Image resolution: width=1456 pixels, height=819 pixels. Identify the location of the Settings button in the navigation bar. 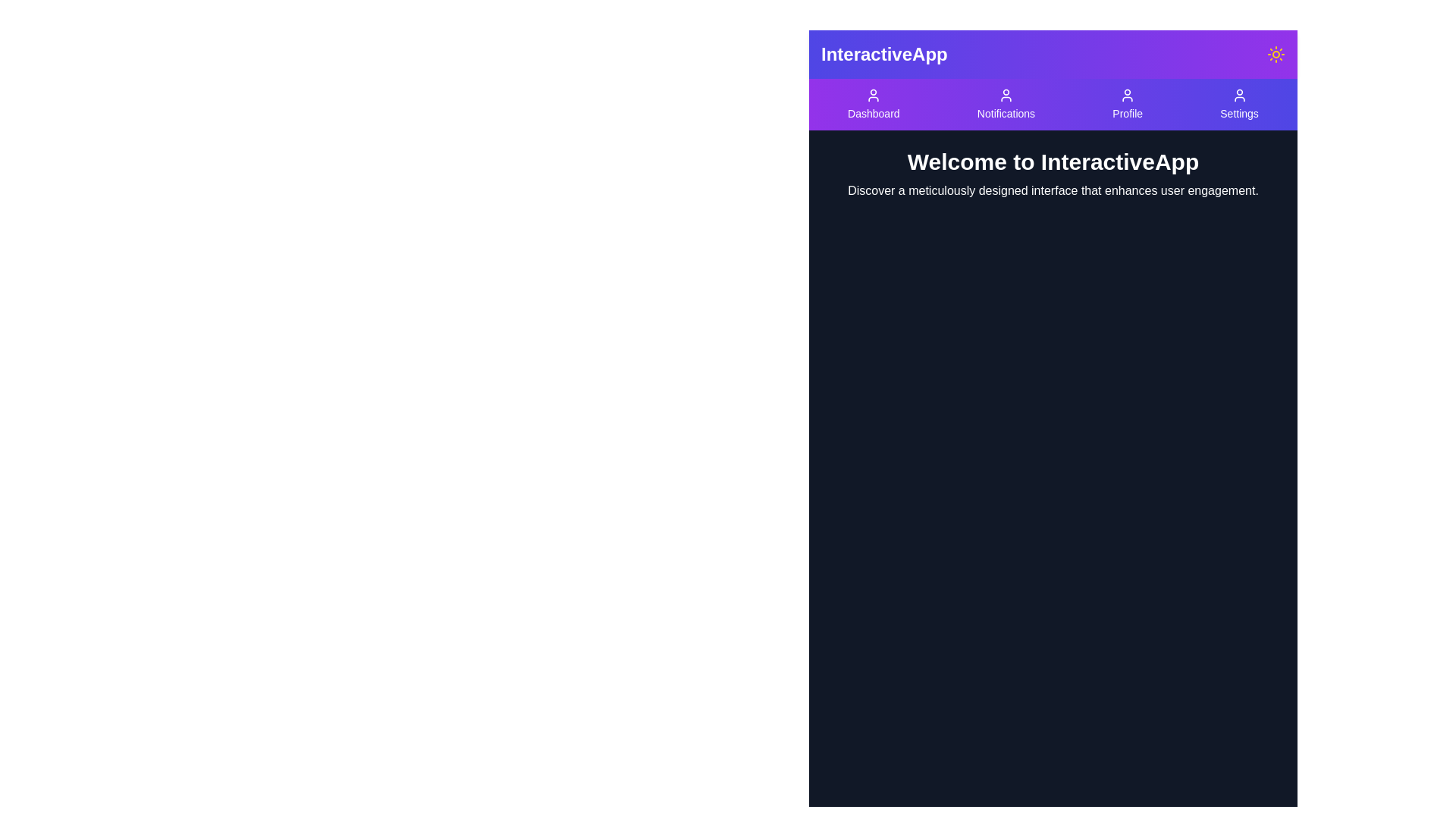
(1239, 104).